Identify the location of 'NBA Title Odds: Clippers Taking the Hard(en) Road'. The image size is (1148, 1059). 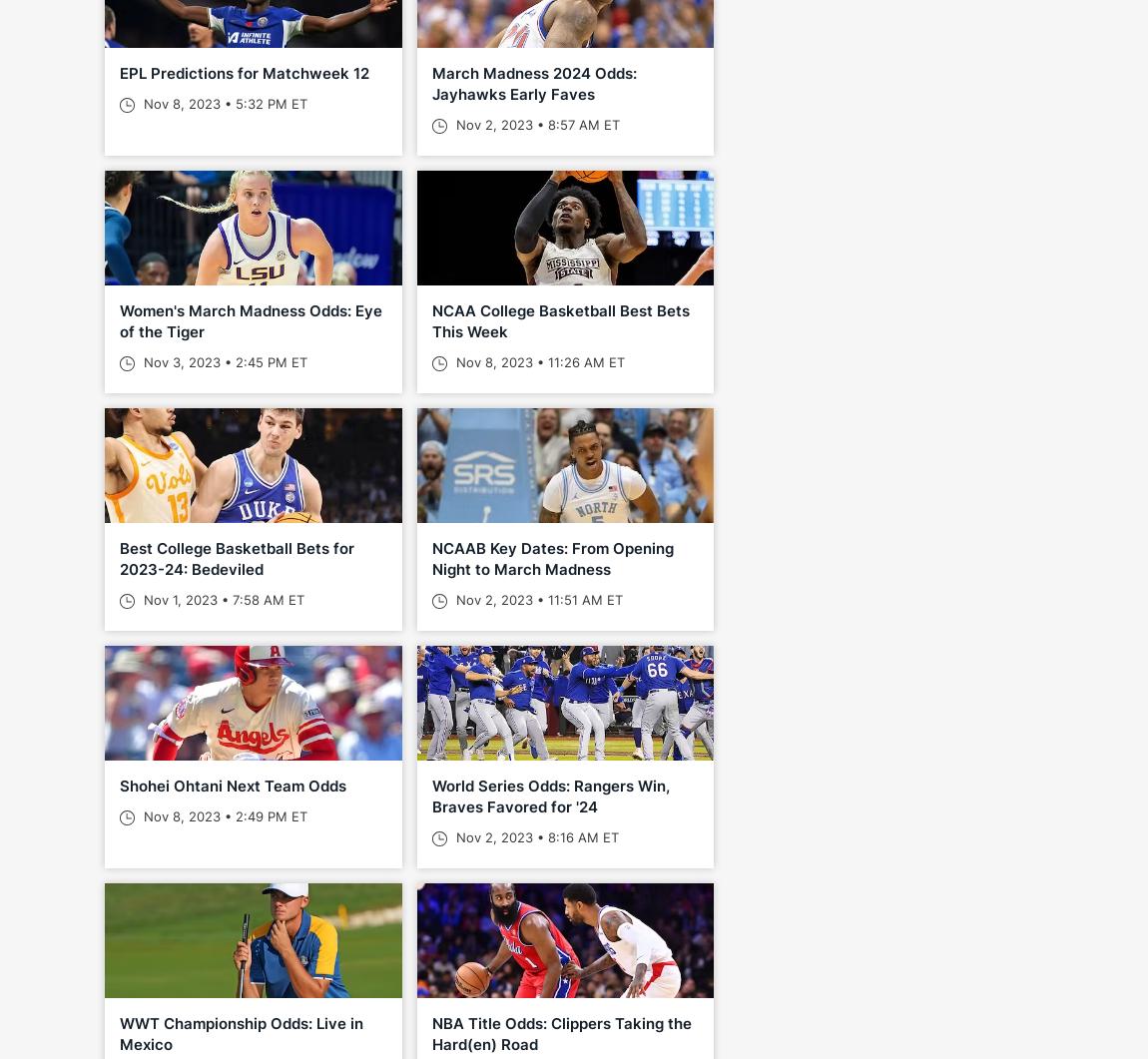
(431, 1032).